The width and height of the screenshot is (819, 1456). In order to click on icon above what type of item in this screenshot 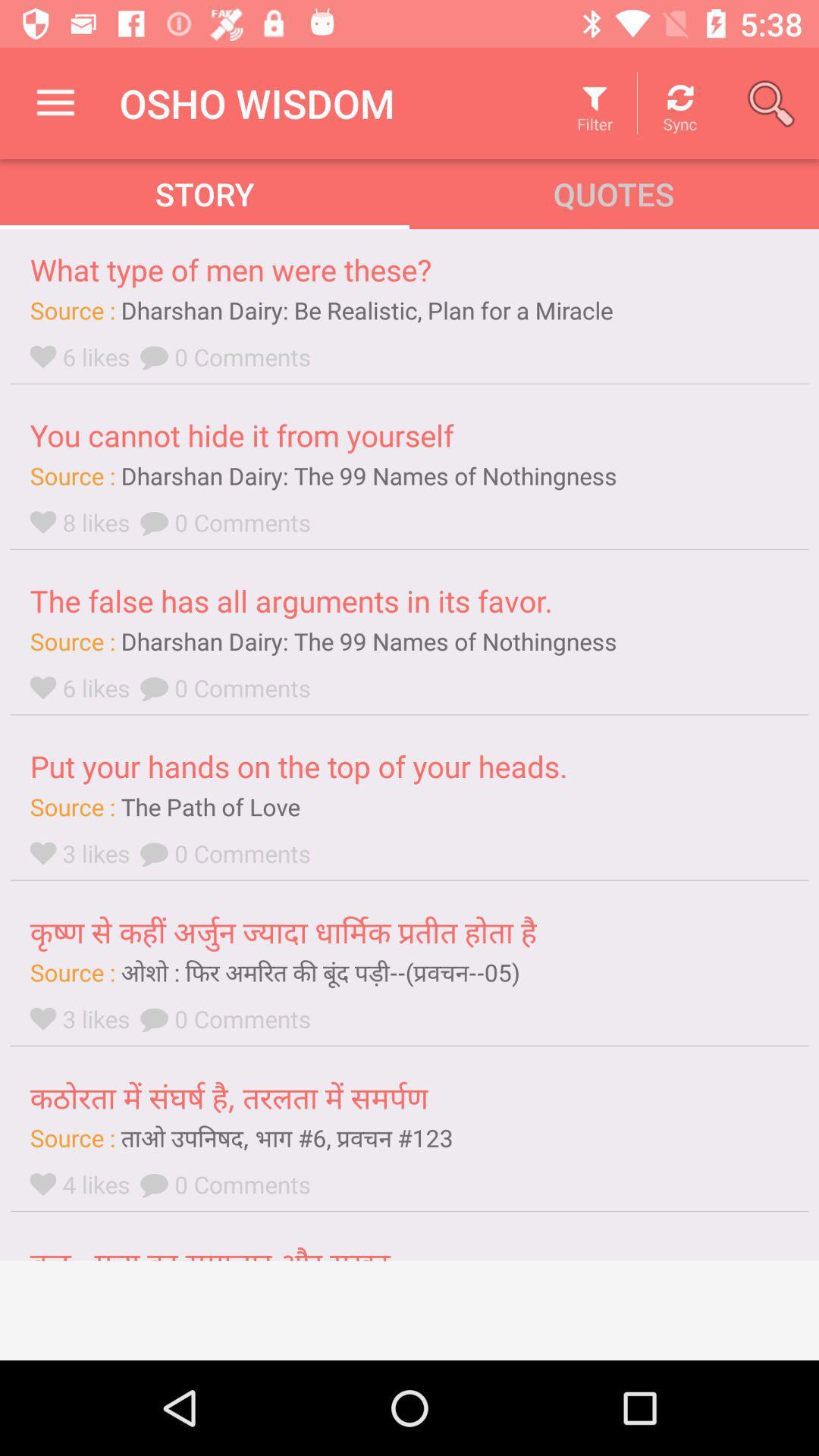, I will do `click(55, 102)`.